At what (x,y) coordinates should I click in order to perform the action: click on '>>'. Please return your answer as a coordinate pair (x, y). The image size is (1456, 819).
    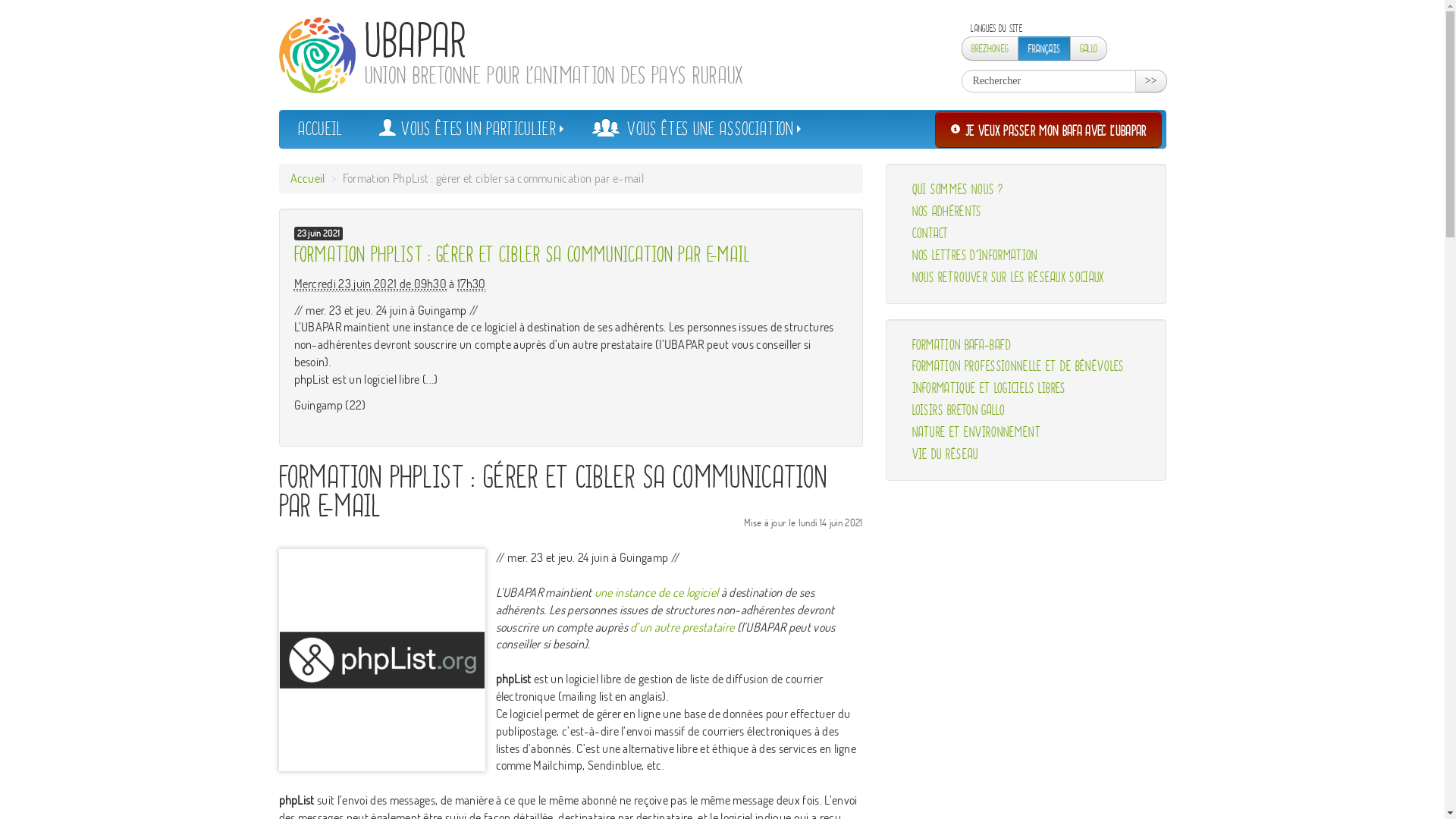
    Looking at the image, I should click on (1135, 81).